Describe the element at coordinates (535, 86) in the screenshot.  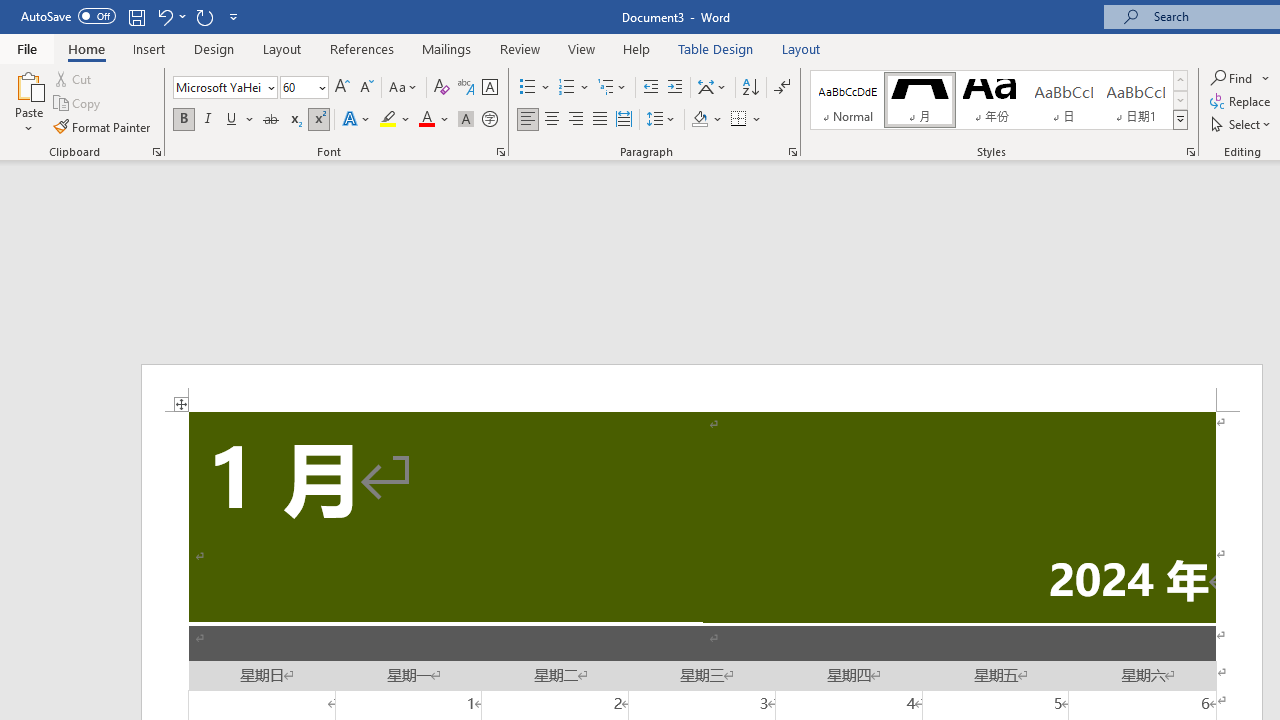
I see `'Bullets'` at that location.